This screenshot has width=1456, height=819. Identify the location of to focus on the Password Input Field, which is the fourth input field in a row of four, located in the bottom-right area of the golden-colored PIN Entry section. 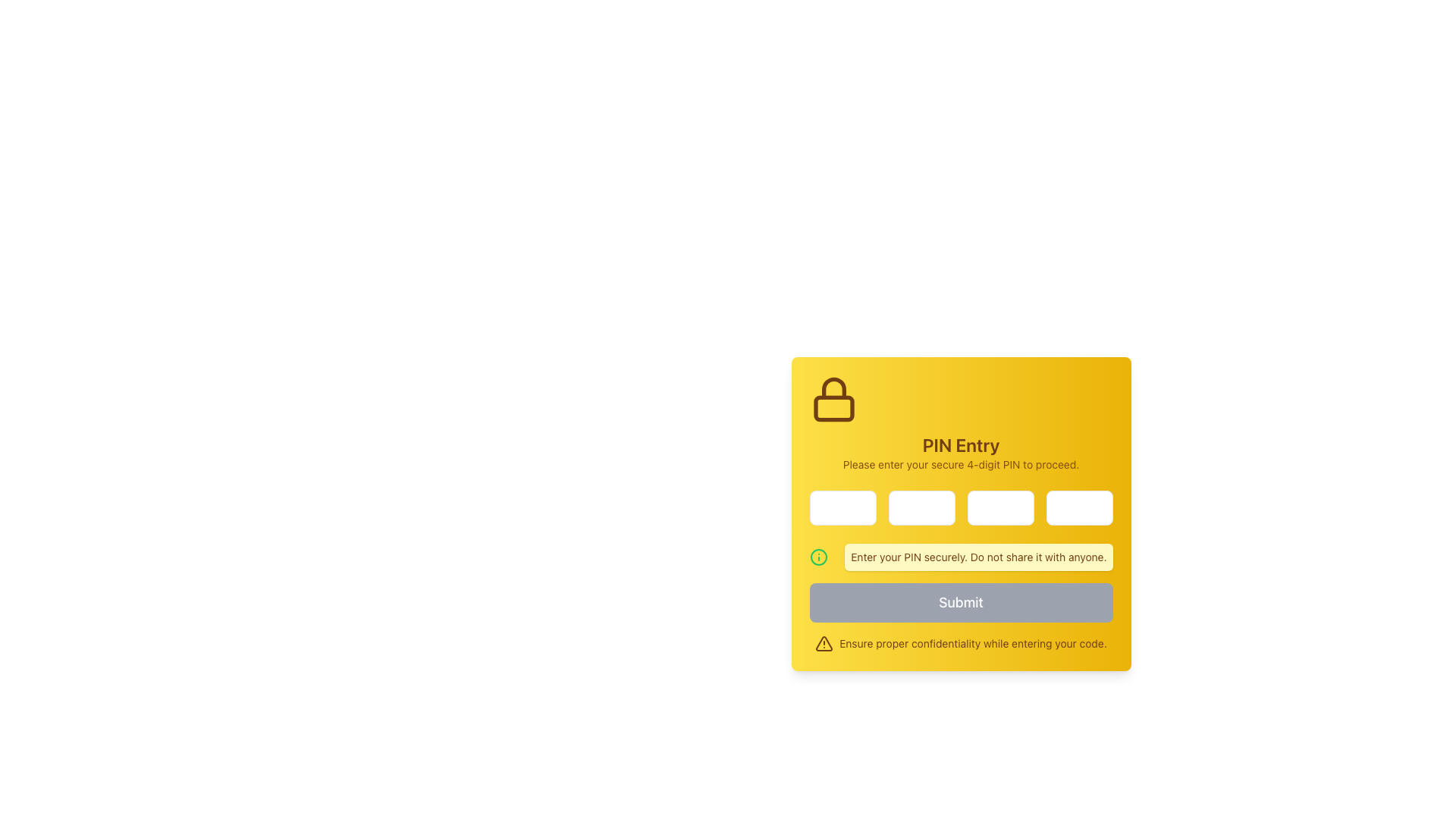
(1078, 508).